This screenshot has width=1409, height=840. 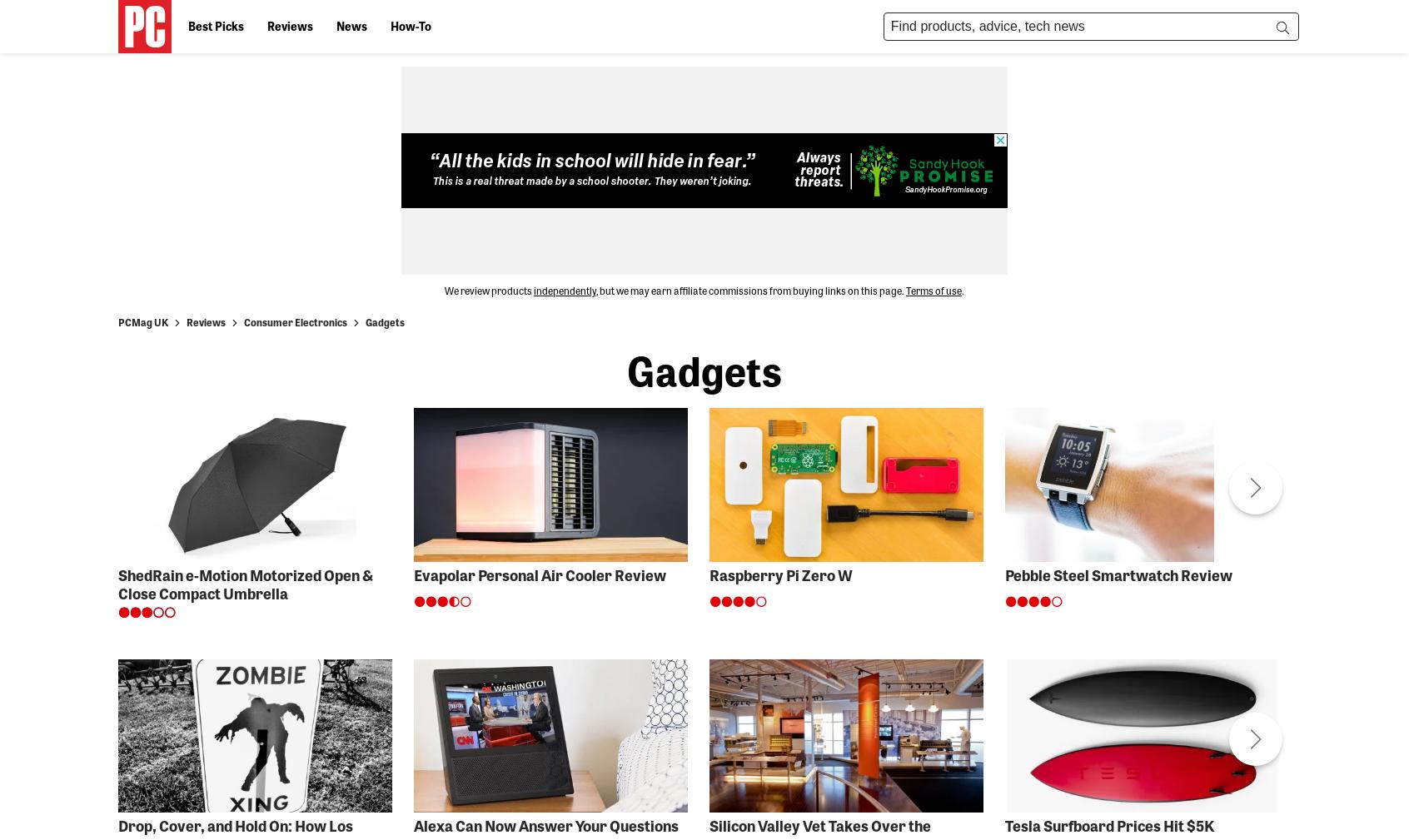 What do you see at coordinates (243, 321) in the screenshot?
I see `'Consumer Electronics'` at bounding box center [243, 321].